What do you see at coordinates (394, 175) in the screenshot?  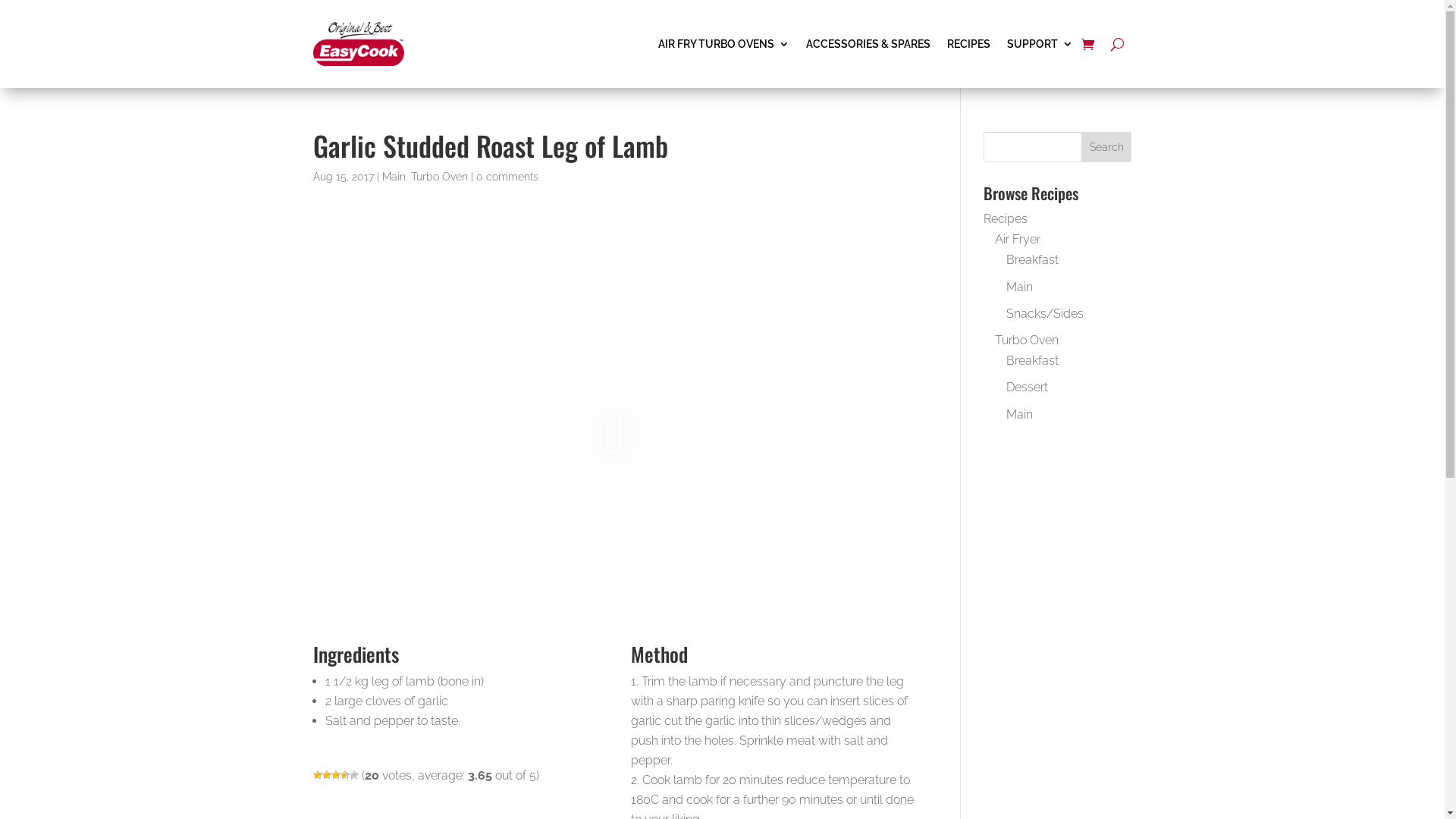 I see `'Main'` at bounding box center [394, 175].